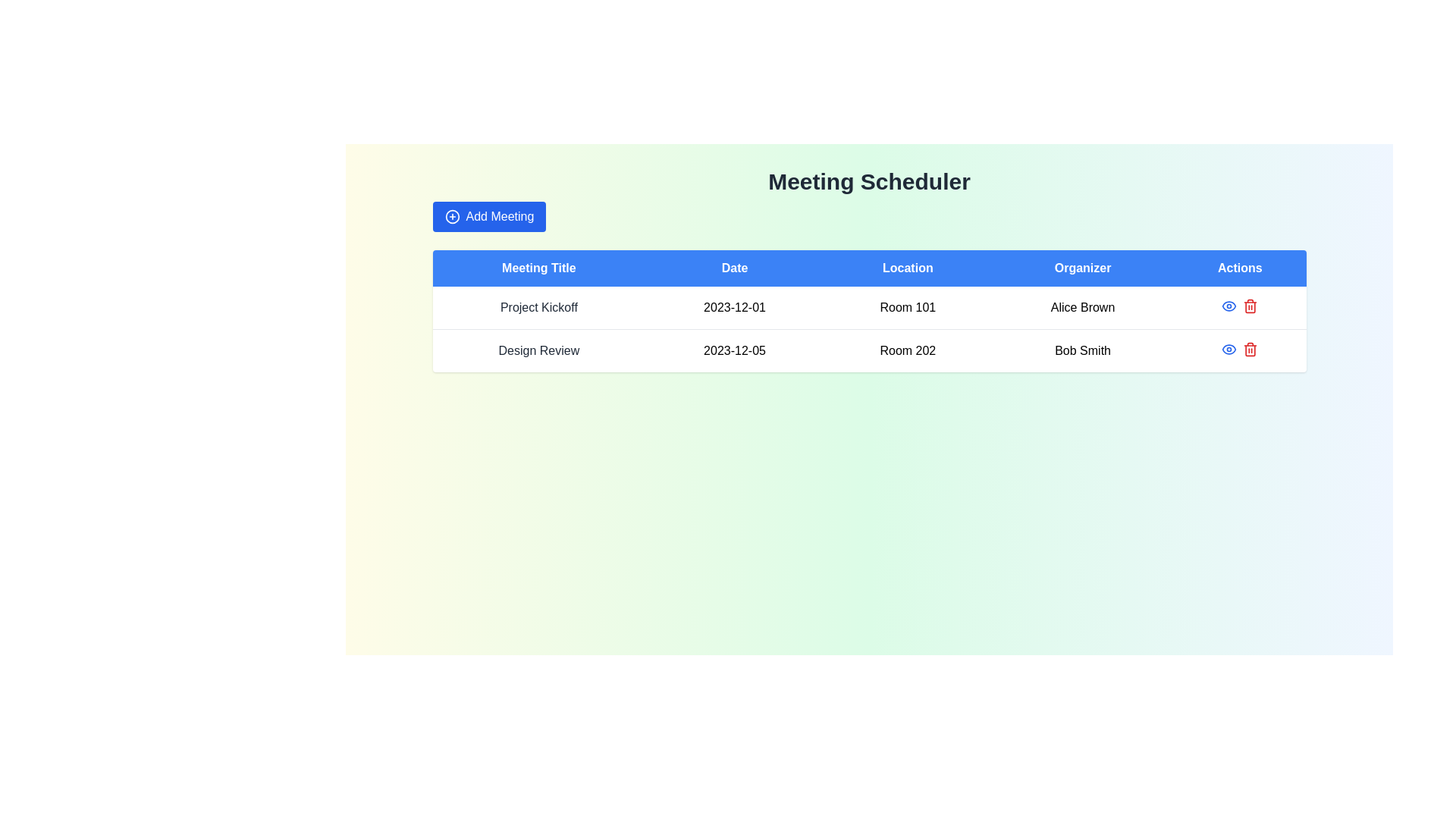  What do you see at coordinates (908, 350) in the screenshot?
I see `the static text label displaying 'Room 202' in the data table under the 'Location' column, aligned with 'Design Review' and 'Bob Smith'` at bounding box center [908, 350].